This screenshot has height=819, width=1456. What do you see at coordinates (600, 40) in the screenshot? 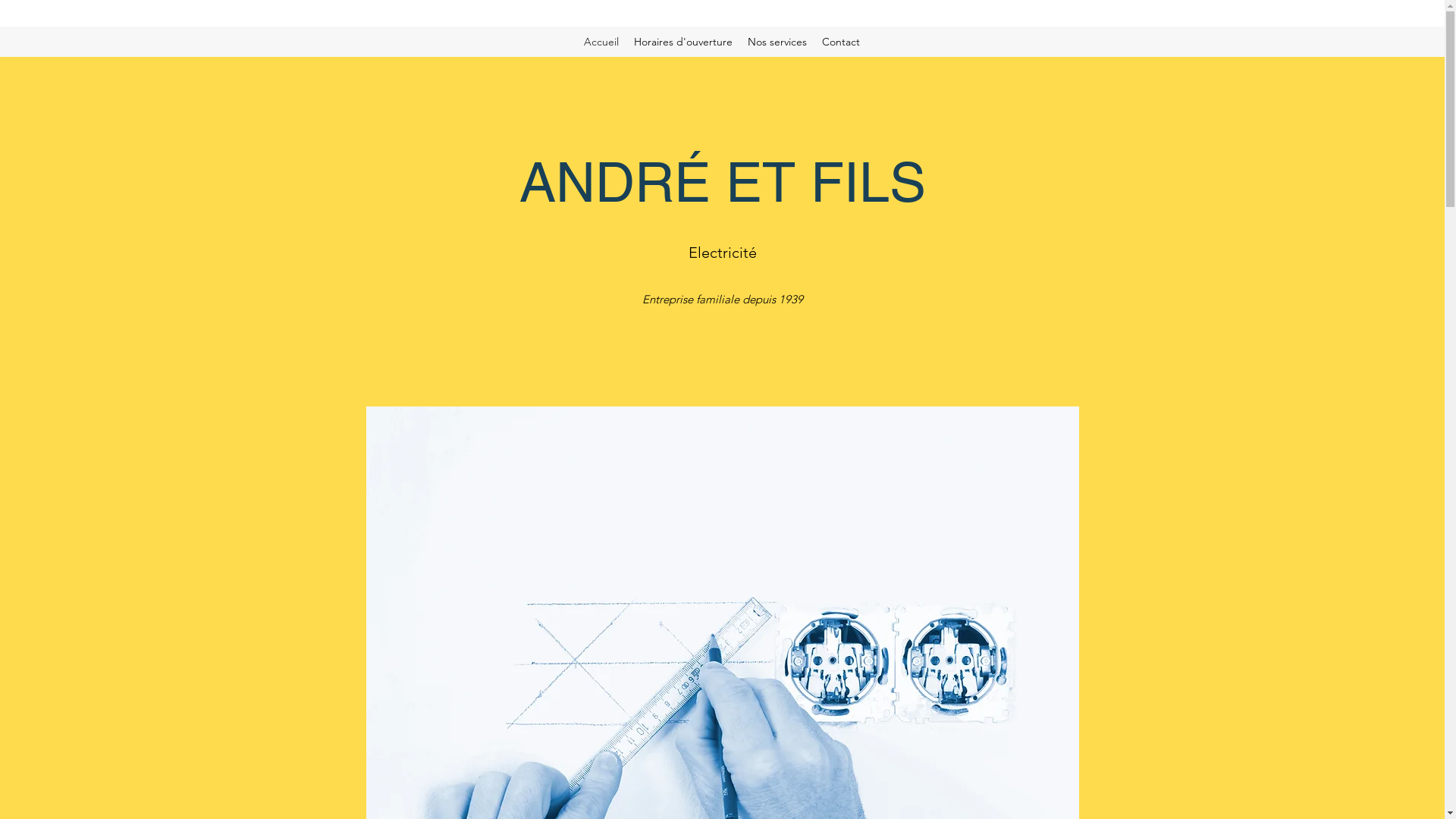
I see `'Accueil'` at bounding box center [600, 40].